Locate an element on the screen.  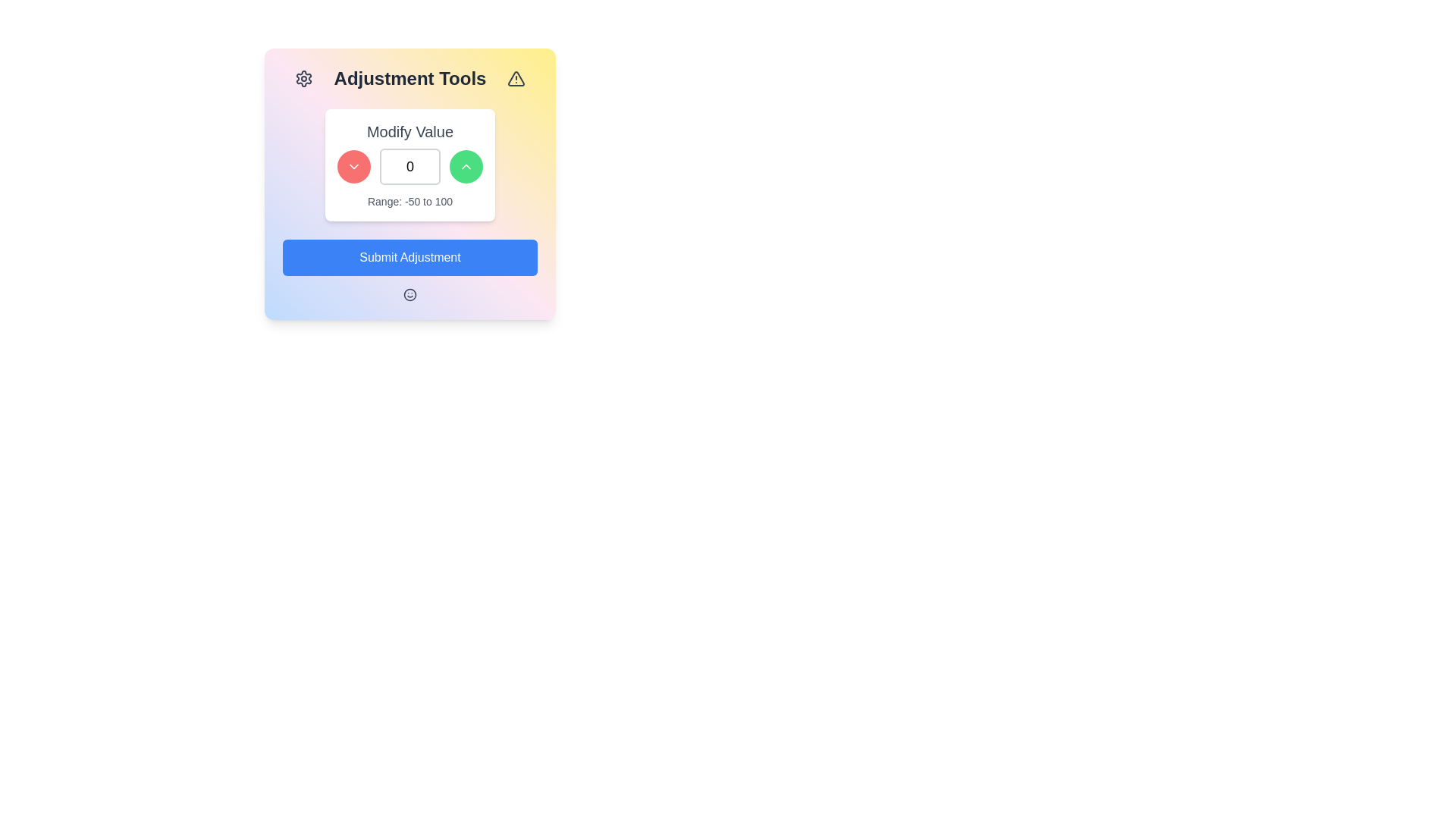
the chevron-up icon located inside the green circular button on the right side of the 'Modify Value' section is located at coordinates (465, 166).